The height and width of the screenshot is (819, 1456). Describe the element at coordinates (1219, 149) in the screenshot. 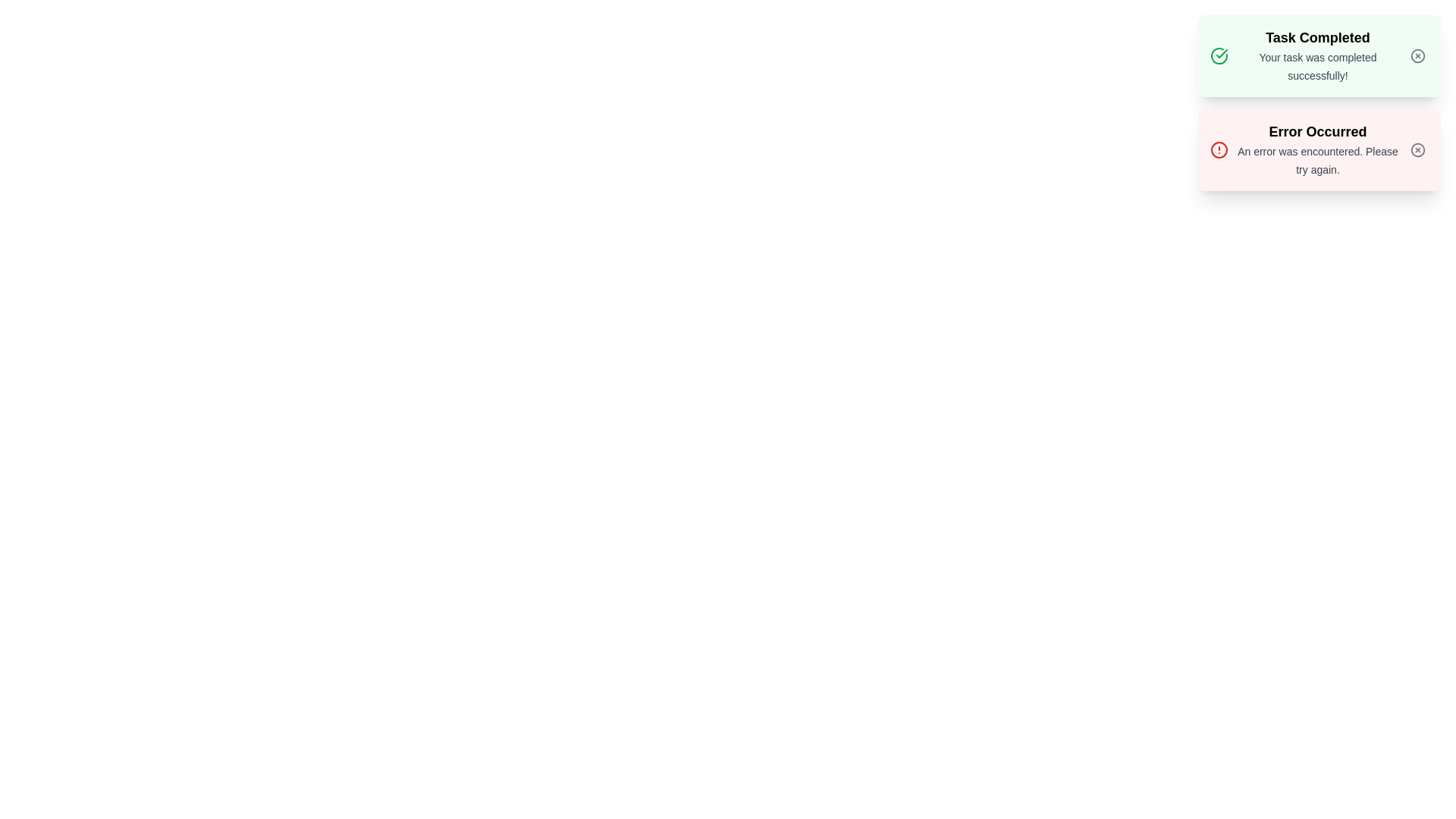

I see `the visual alert represented by the circular graphic element located adjacent to the 'Error Occurred' text in the notification pane` at that location.